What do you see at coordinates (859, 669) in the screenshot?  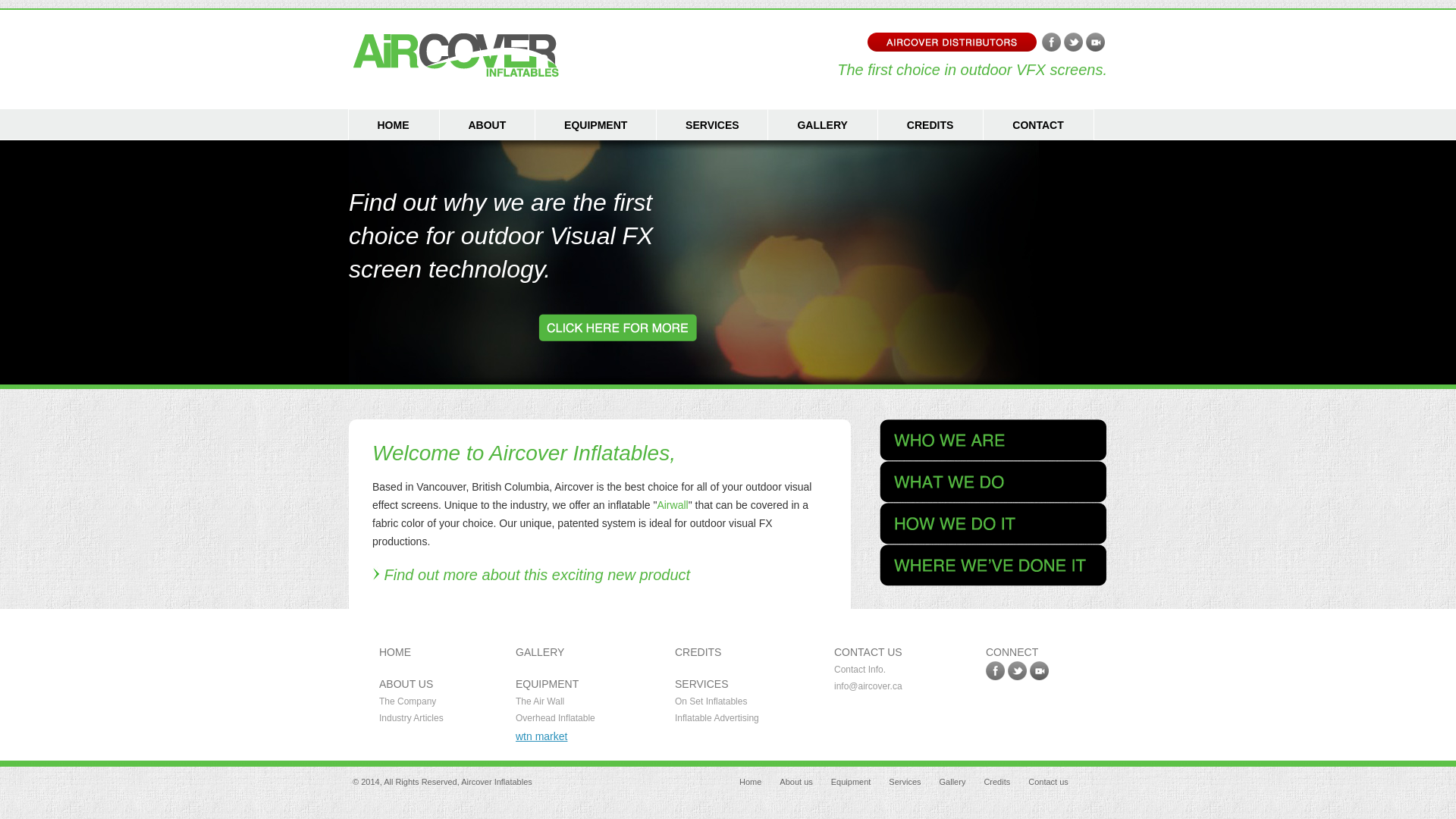 I see `'Contact Info.'` at bounding box center [859, 669].